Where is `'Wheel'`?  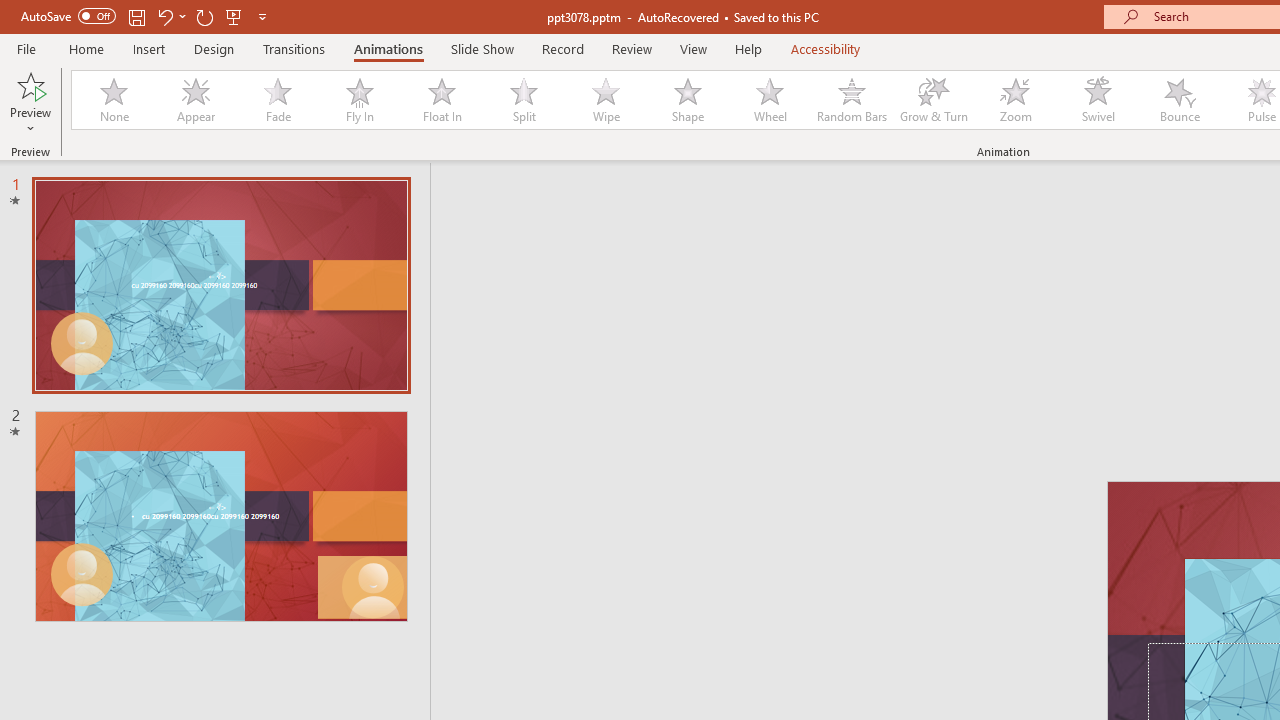 'Wheel' is located at coordinates (769, 100).